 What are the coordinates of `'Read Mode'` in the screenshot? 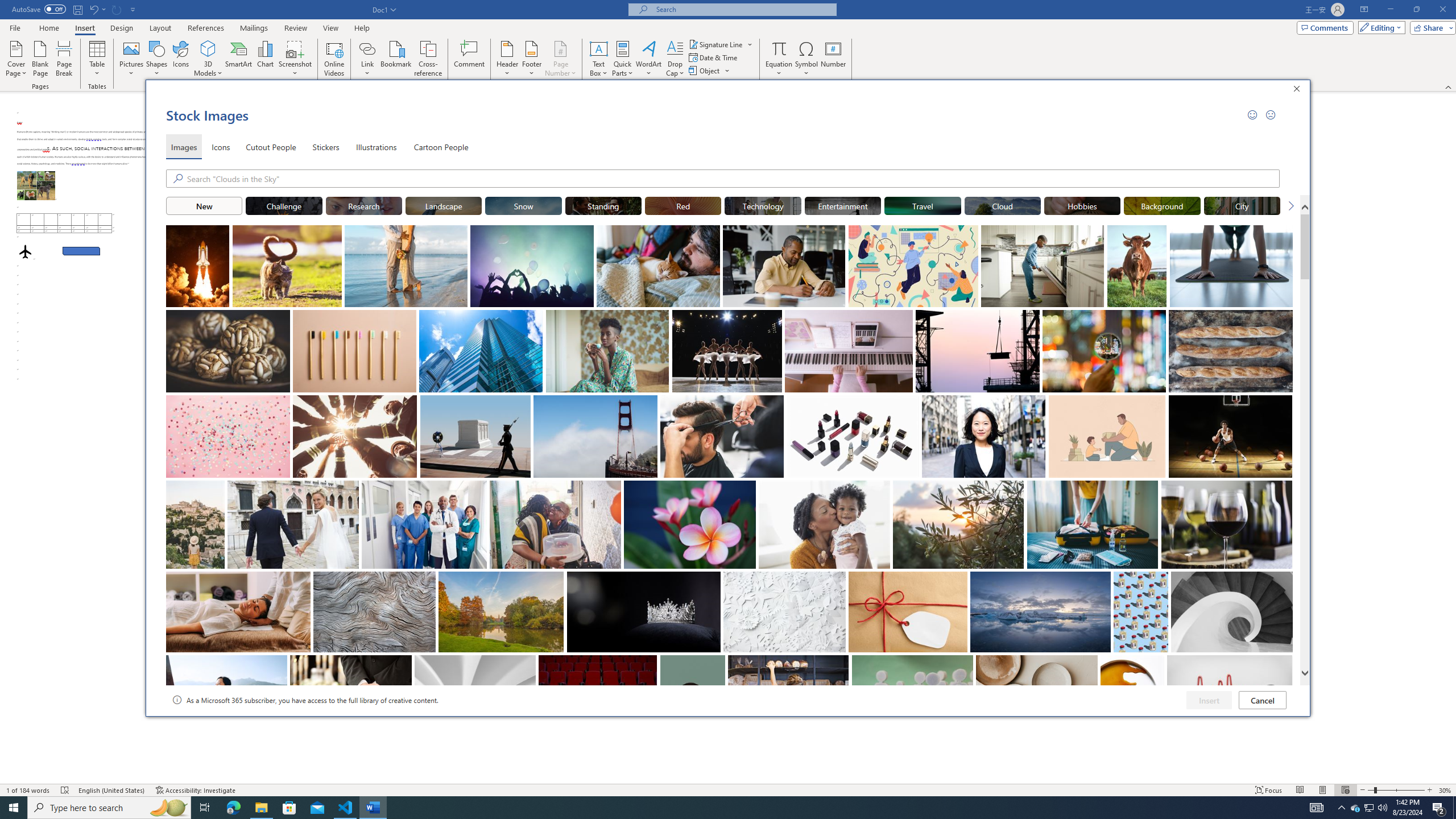 It's located at (1300, 790).